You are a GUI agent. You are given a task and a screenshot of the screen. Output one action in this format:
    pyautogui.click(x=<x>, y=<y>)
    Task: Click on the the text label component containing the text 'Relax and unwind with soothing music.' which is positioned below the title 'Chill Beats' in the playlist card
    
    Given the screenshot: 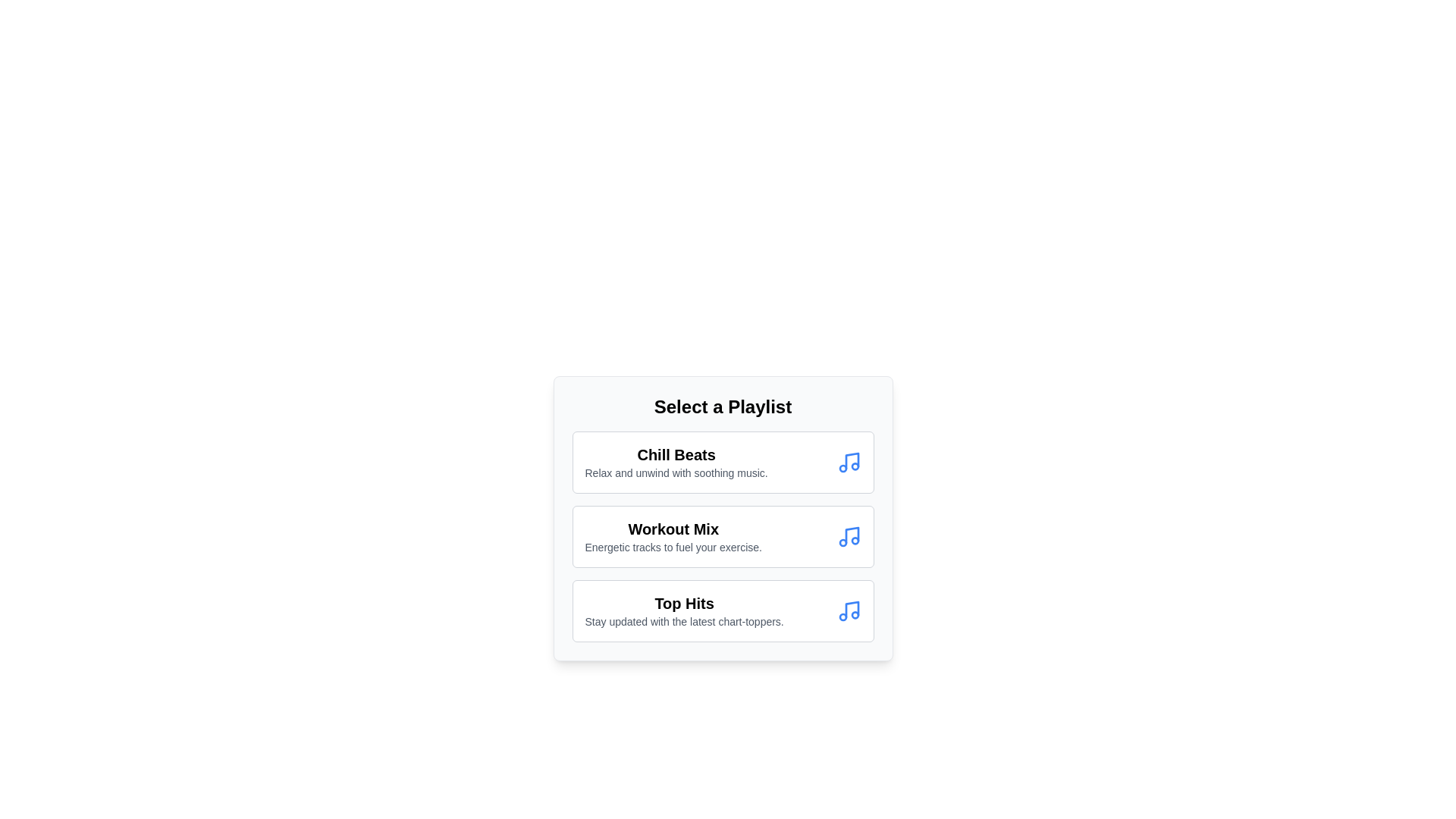 What is the action you would take?
    pyautogui.click(x=676, y=472)
    